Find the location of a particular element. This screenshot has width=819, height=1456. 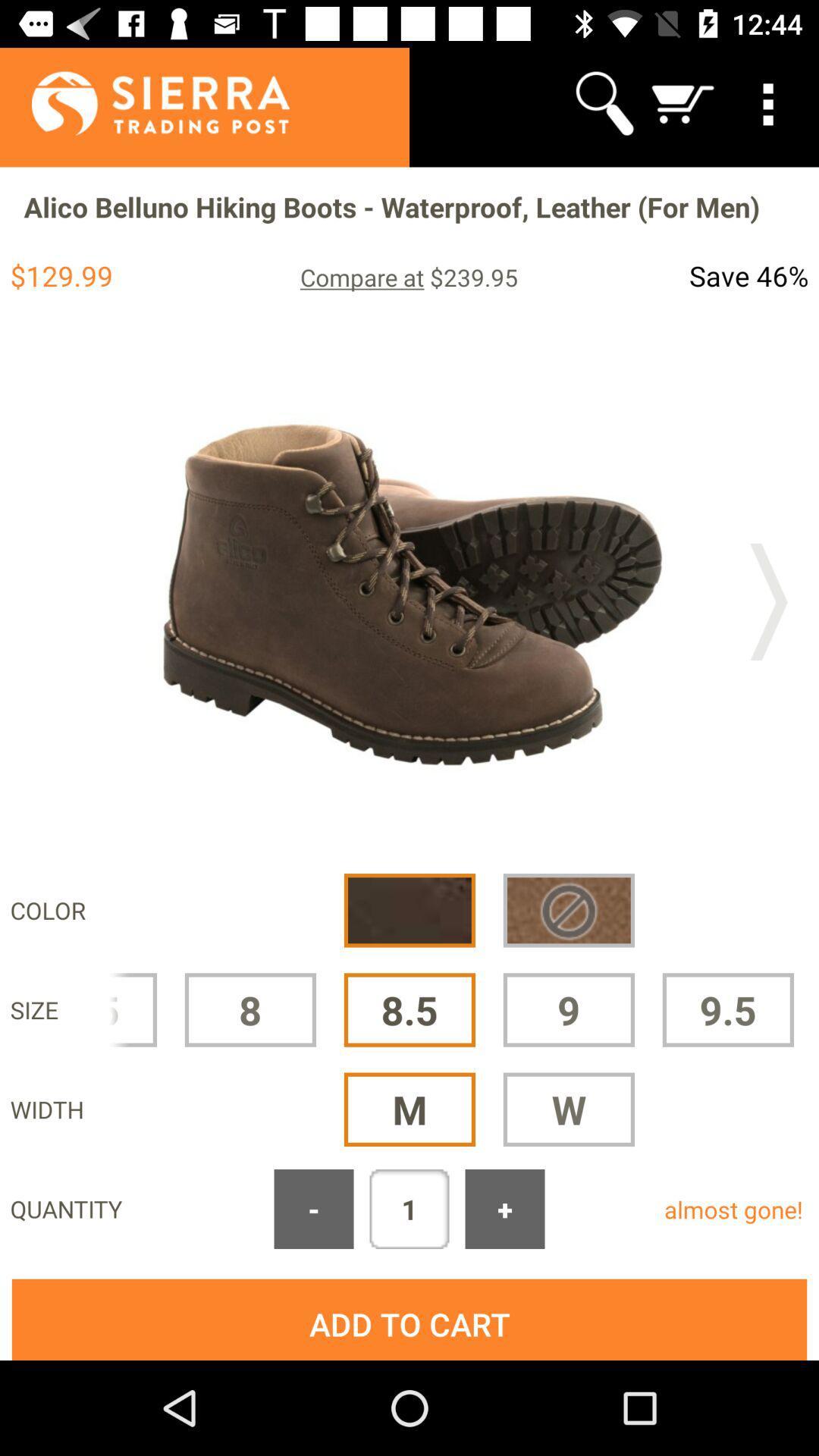

add to cart button is located at coordinates (409, 1319).